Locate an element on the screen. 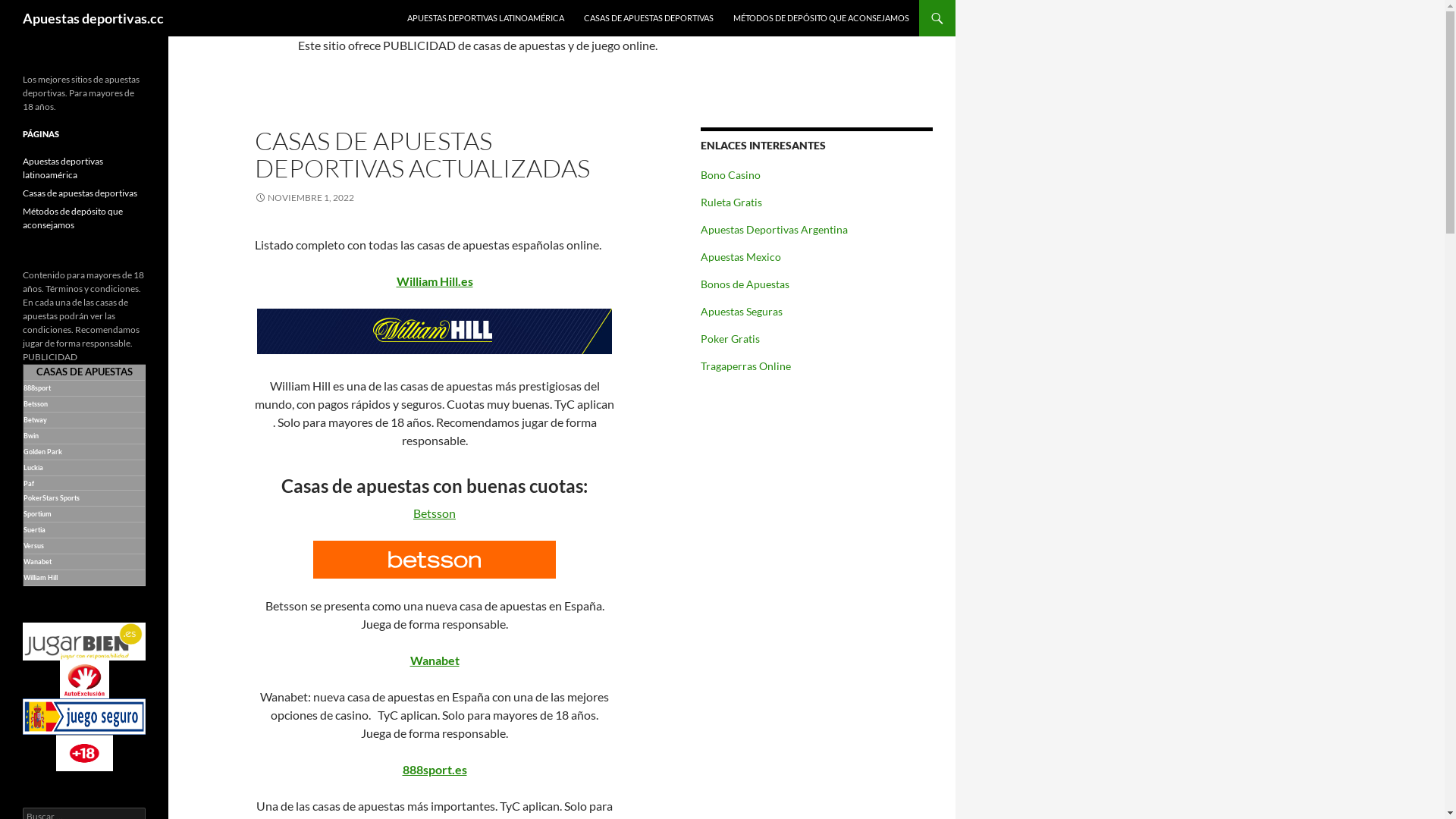  'NOVIEMBRE 1, 2022' is located at coordinates (255, 196).